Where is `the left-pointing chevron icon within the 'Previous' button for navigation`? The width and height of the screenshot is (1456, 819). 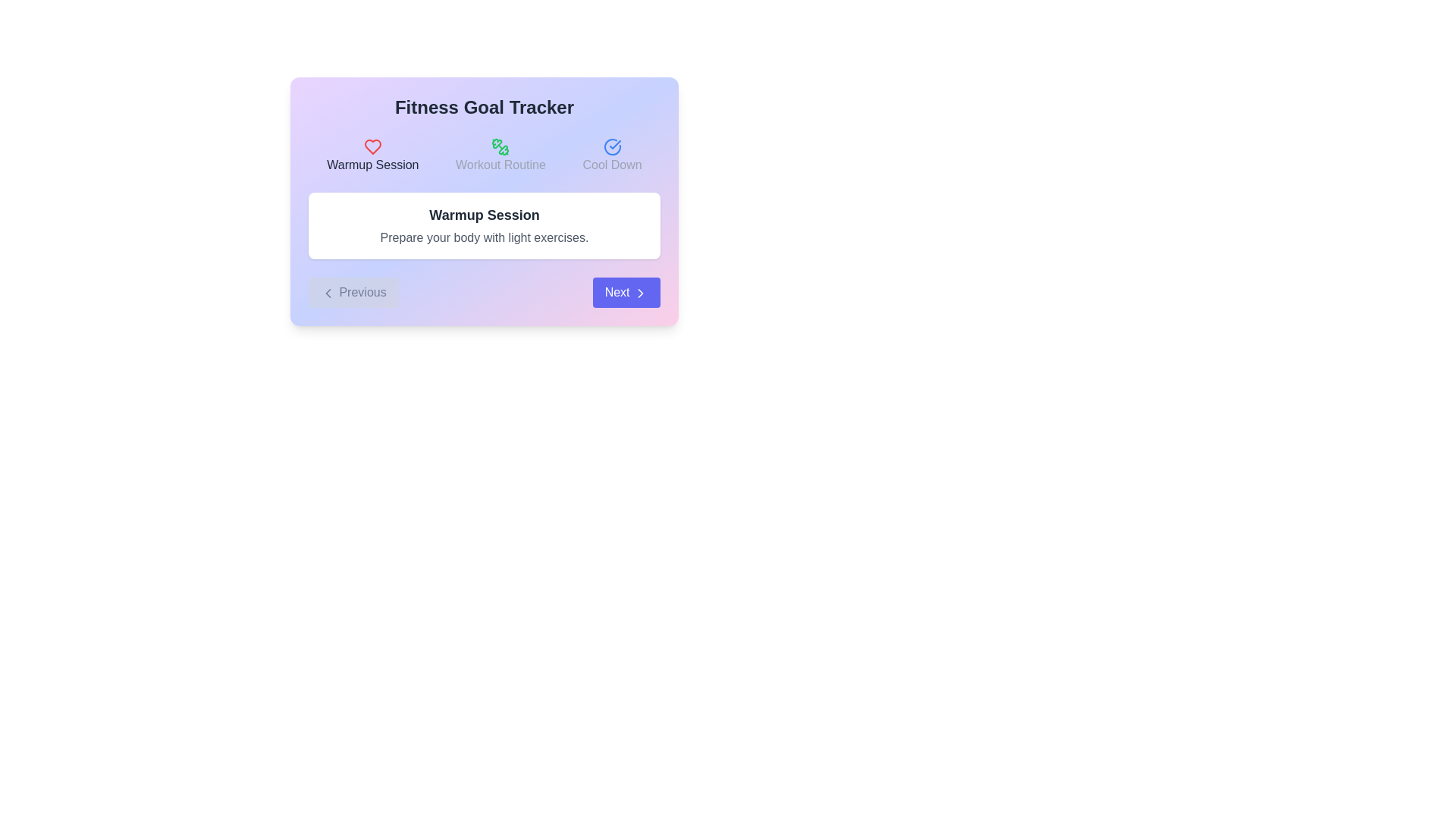 the left-pointing chevron icon within the 'Previous' button for navigation is located at coordinates (327, 292).